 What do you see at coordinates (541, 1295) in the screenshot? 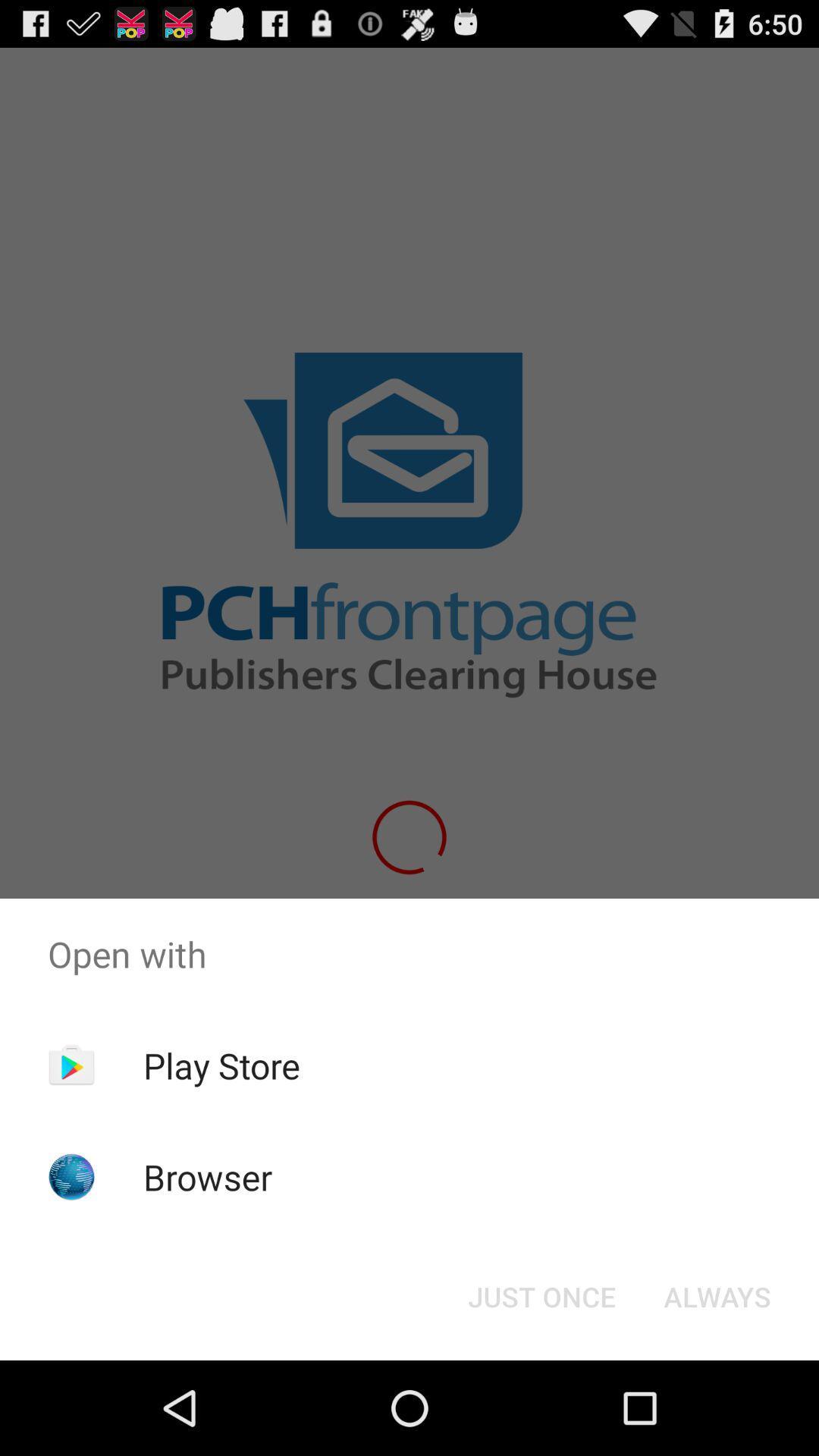
I see `the app below open with` at bounding box center [541, 1295].